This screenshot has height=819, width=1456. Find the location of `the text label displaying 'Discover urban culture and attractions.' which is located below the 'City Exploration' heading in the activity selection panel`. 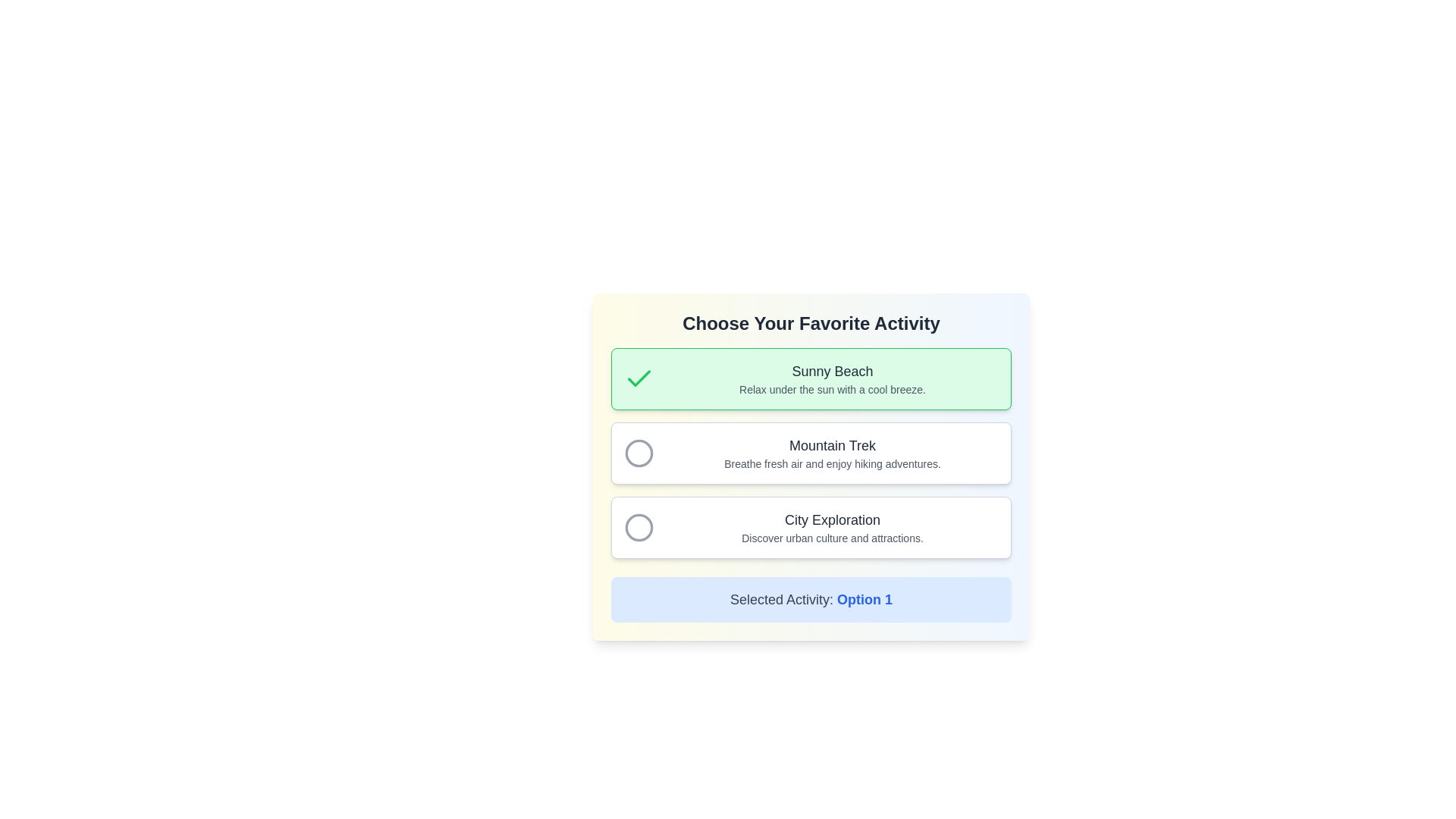

the text label displaying 'Discover urban culture and attractions.' which is located below the 'City Exploration' heading in the activity selection panel is located at coordinates (832, 537).